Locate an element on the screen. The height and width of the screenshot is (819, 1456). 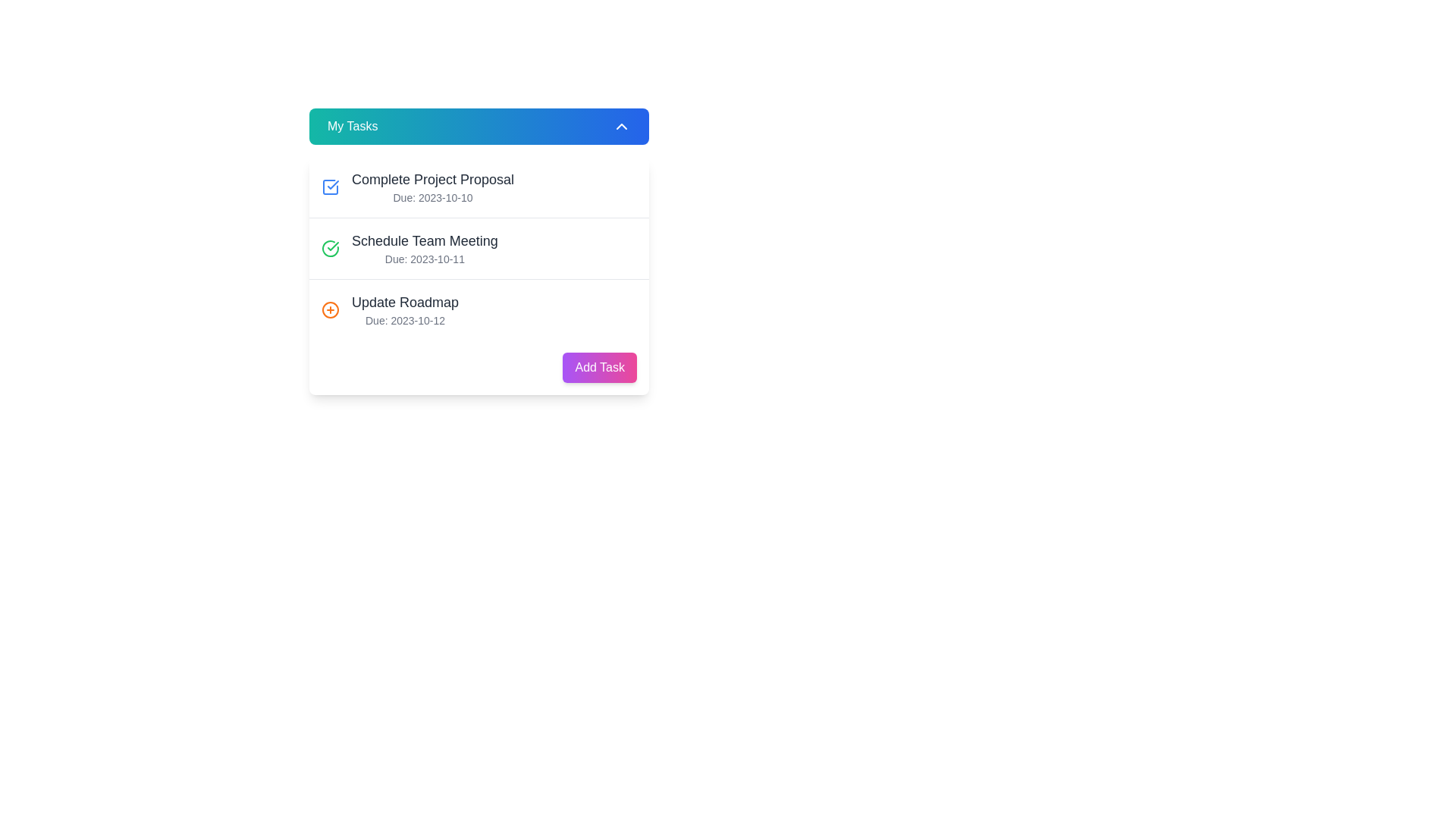
text from the Text Label that identifies the task 'Complete Project Proposal', positioned as the first task entry's title is located at coordinates (432, 178).